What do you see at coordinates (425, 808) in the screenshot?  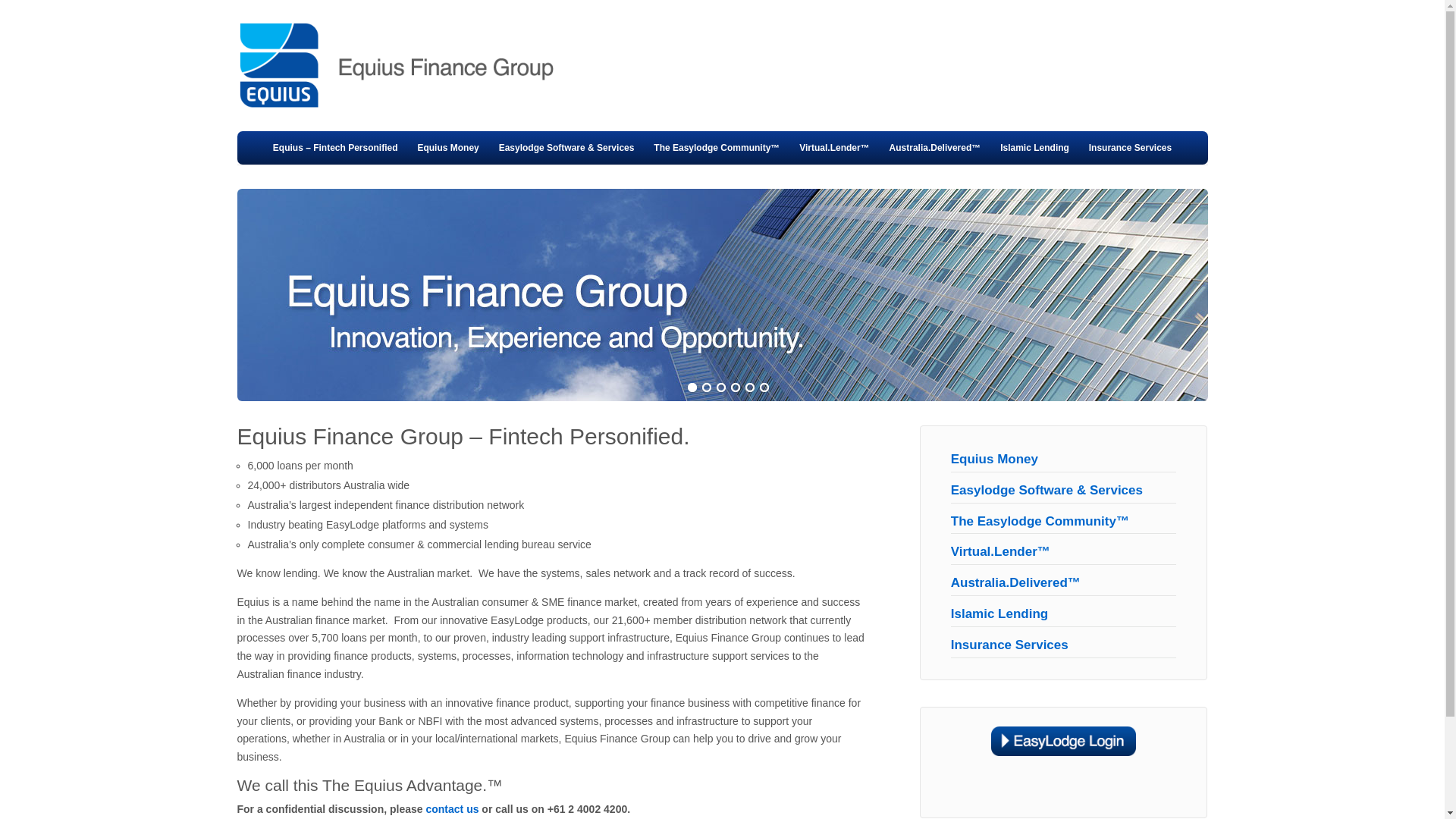 I see `'contact us'` at bounding box center [425, 808].